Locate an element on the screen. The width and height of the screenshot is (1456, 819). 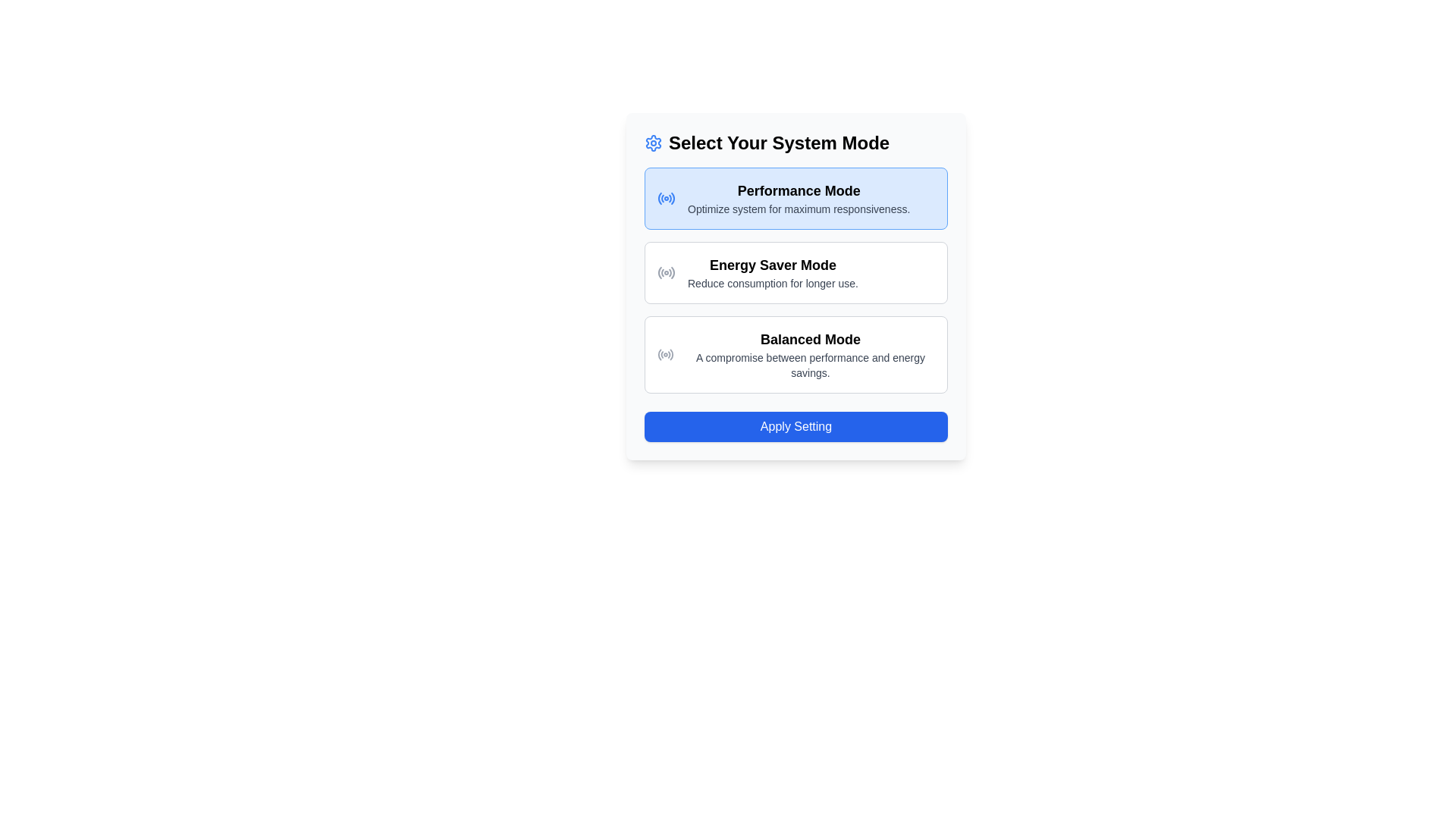
the graphical icon representing a gear or settings symbol, which has a blue outline and is located in the top-left corner of the settings selection interface, adjacent to the 'Select Your System Mode' title is located at coordinates (654, 143).